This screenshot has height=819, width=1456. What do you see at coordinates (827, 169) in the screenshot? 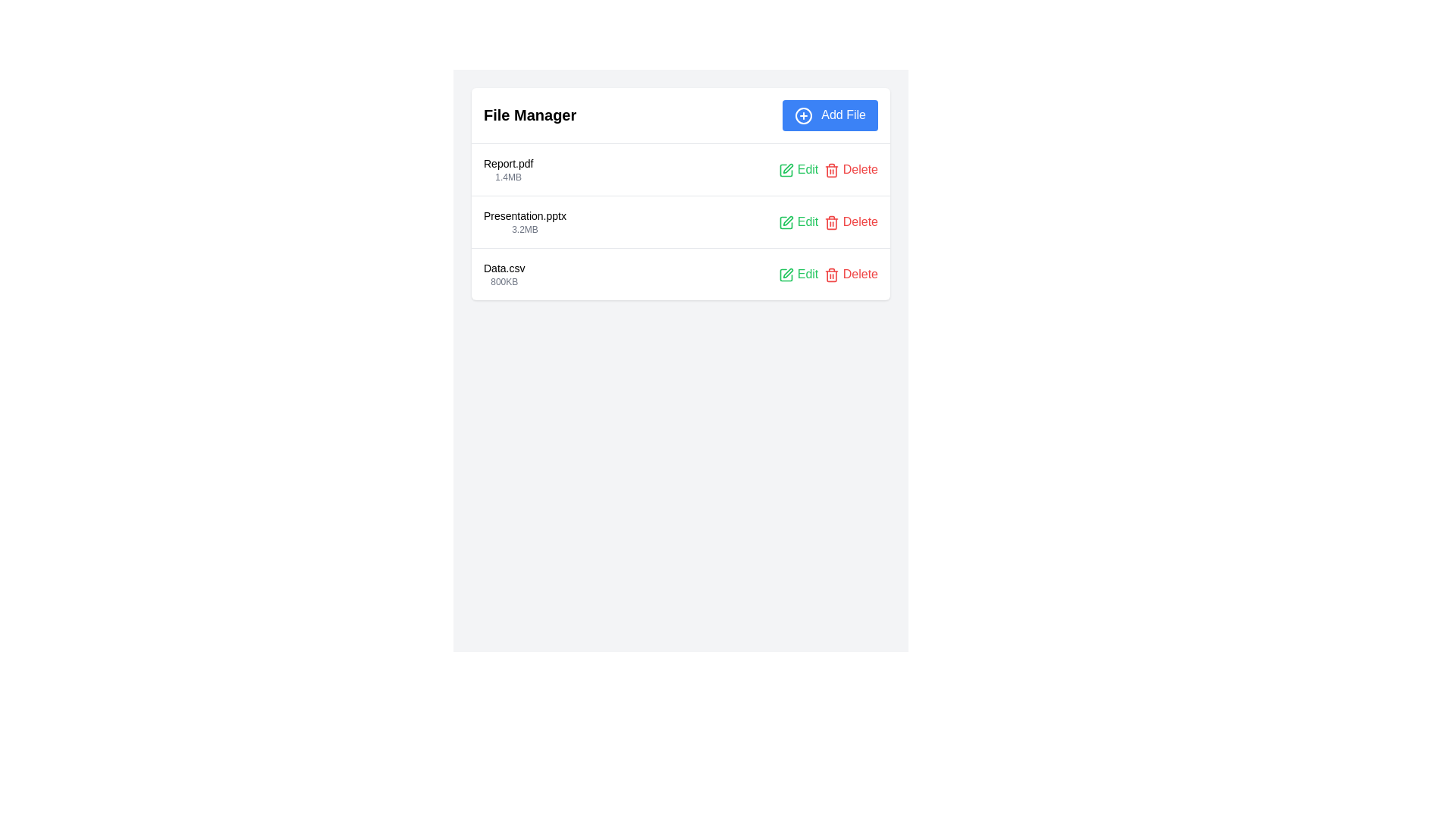
I see `the 'Delete' button, which is styled in red and positioned next to the 'Edit' button in the interactive segment for file management` at bounding box center [827, 169].